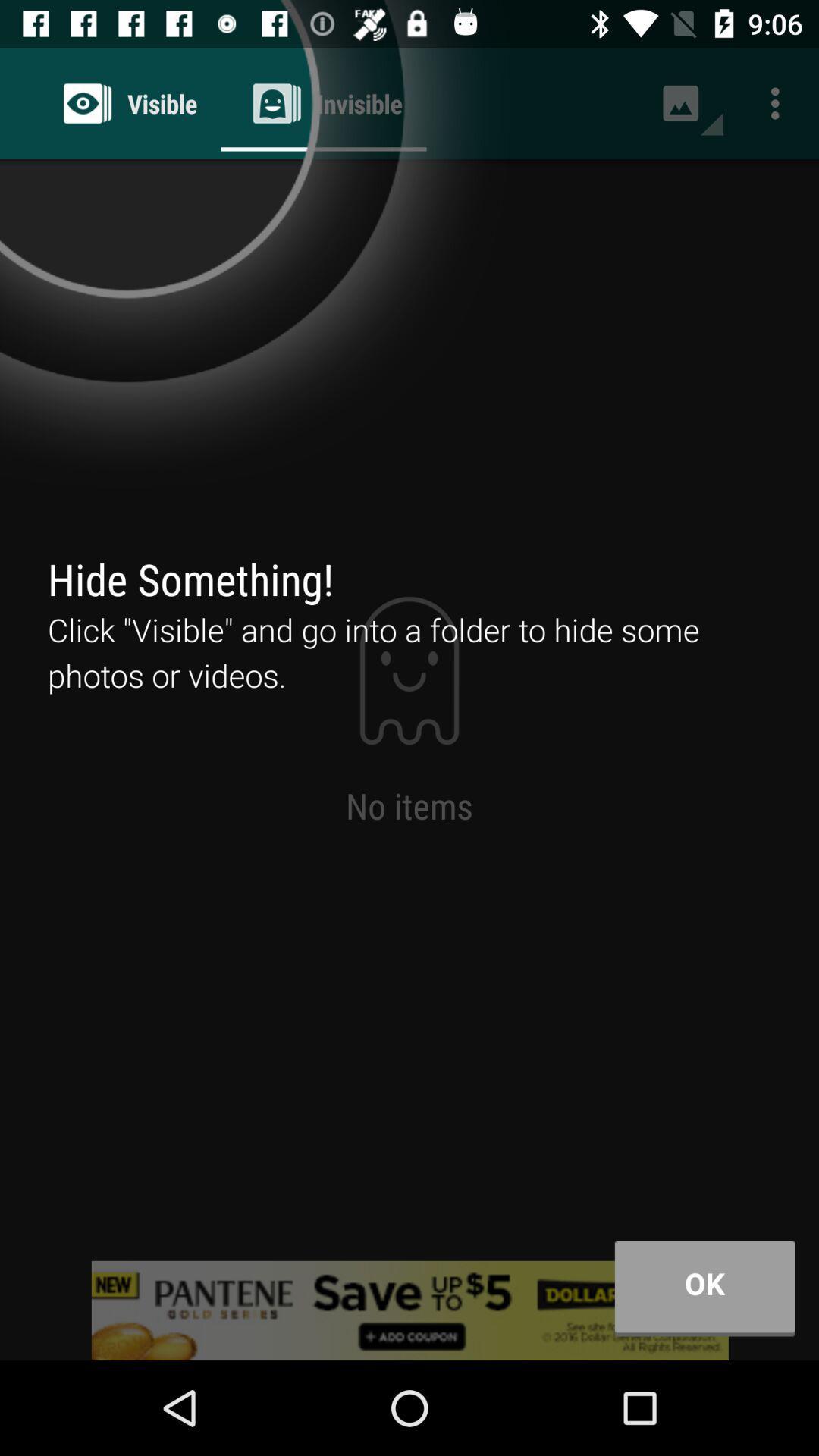  What do you see at coordinates (409, 1310) in the screenshot?
I see `advertisement` at bounding box center [409, 1310].